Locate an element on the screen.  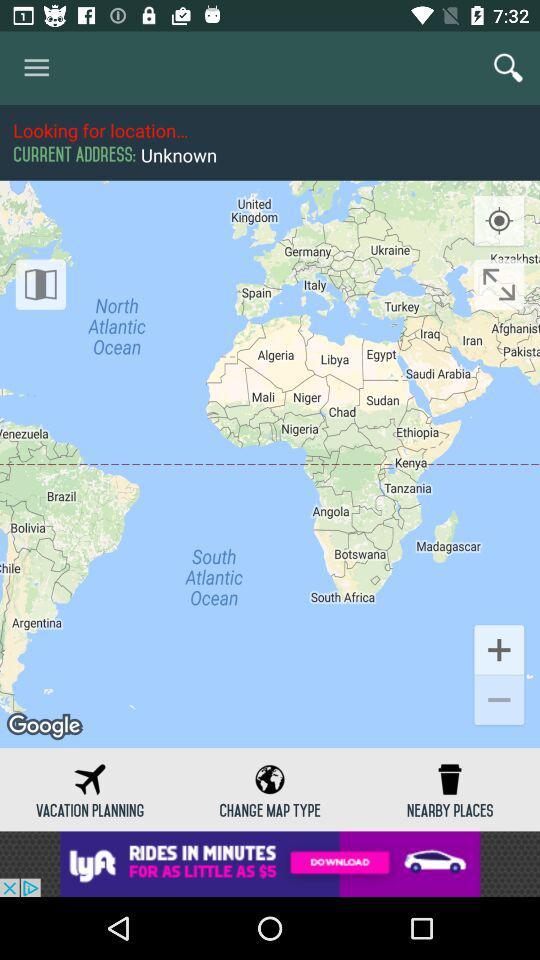
the book icon is located at coordinates (40, 283).